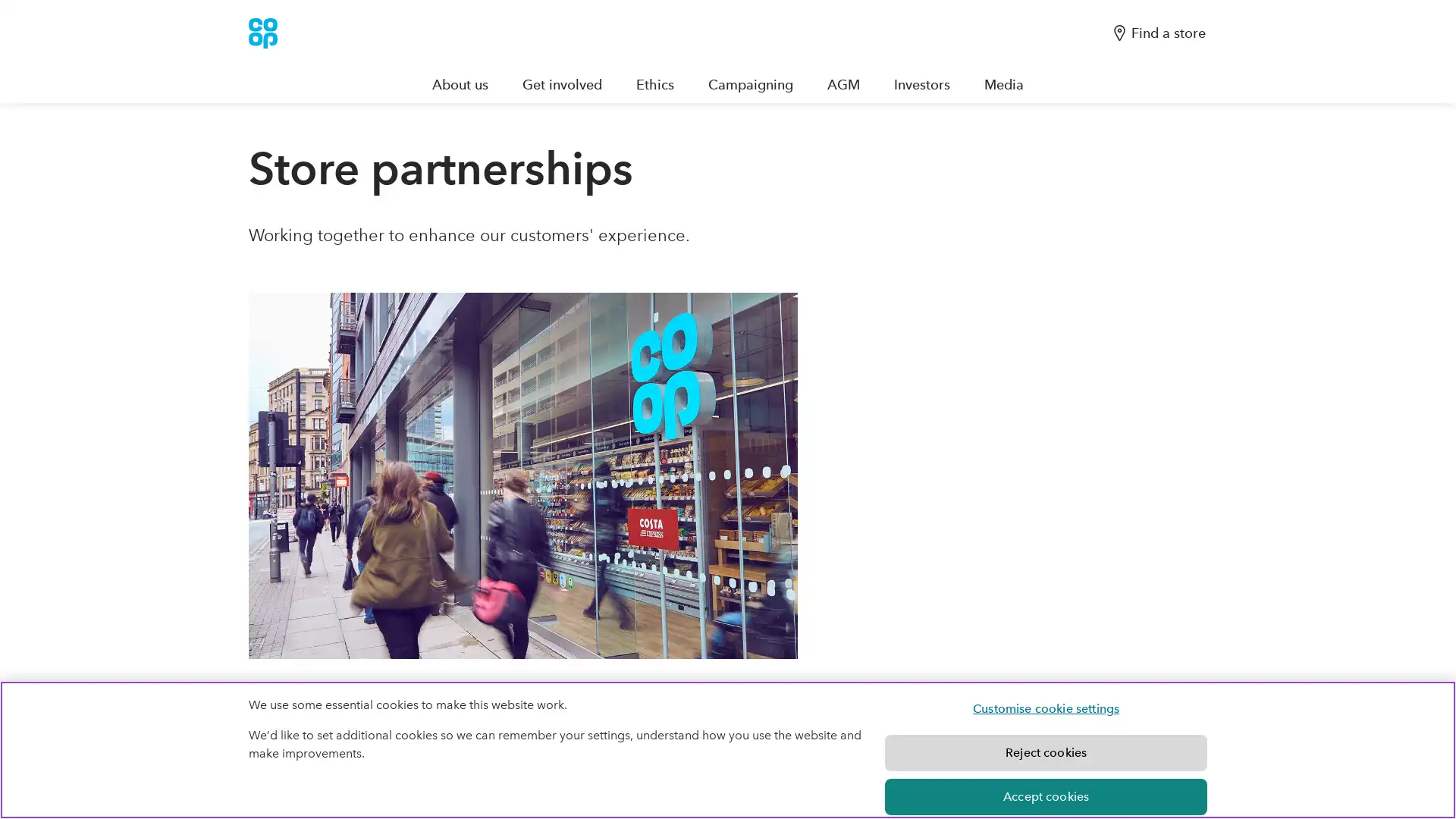 This screenshot has width=1456, height=819. Describe the element at coordinates (1044, 708) in the screenshot. I see `Customise cookie settings` at that location.